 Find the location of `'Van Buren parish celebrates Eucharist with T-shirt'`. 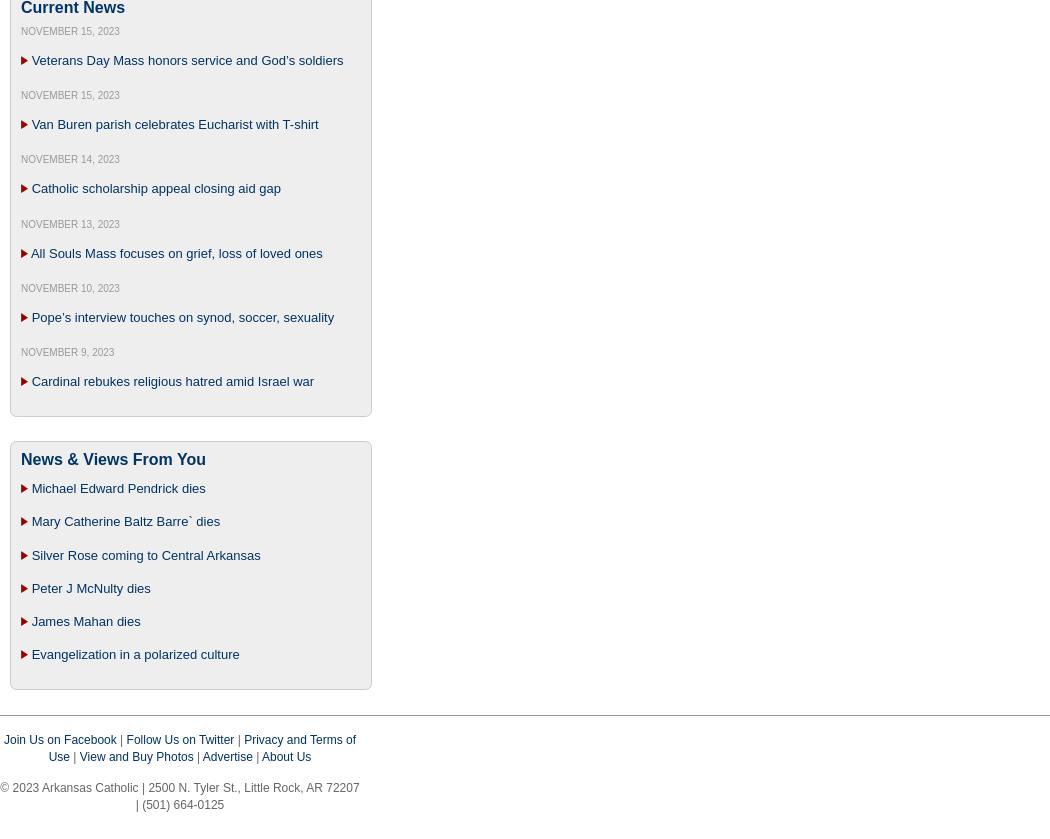

'Van Buren parish celebrates Eucharist with T-shirt' is located at coordinates (174, 124).